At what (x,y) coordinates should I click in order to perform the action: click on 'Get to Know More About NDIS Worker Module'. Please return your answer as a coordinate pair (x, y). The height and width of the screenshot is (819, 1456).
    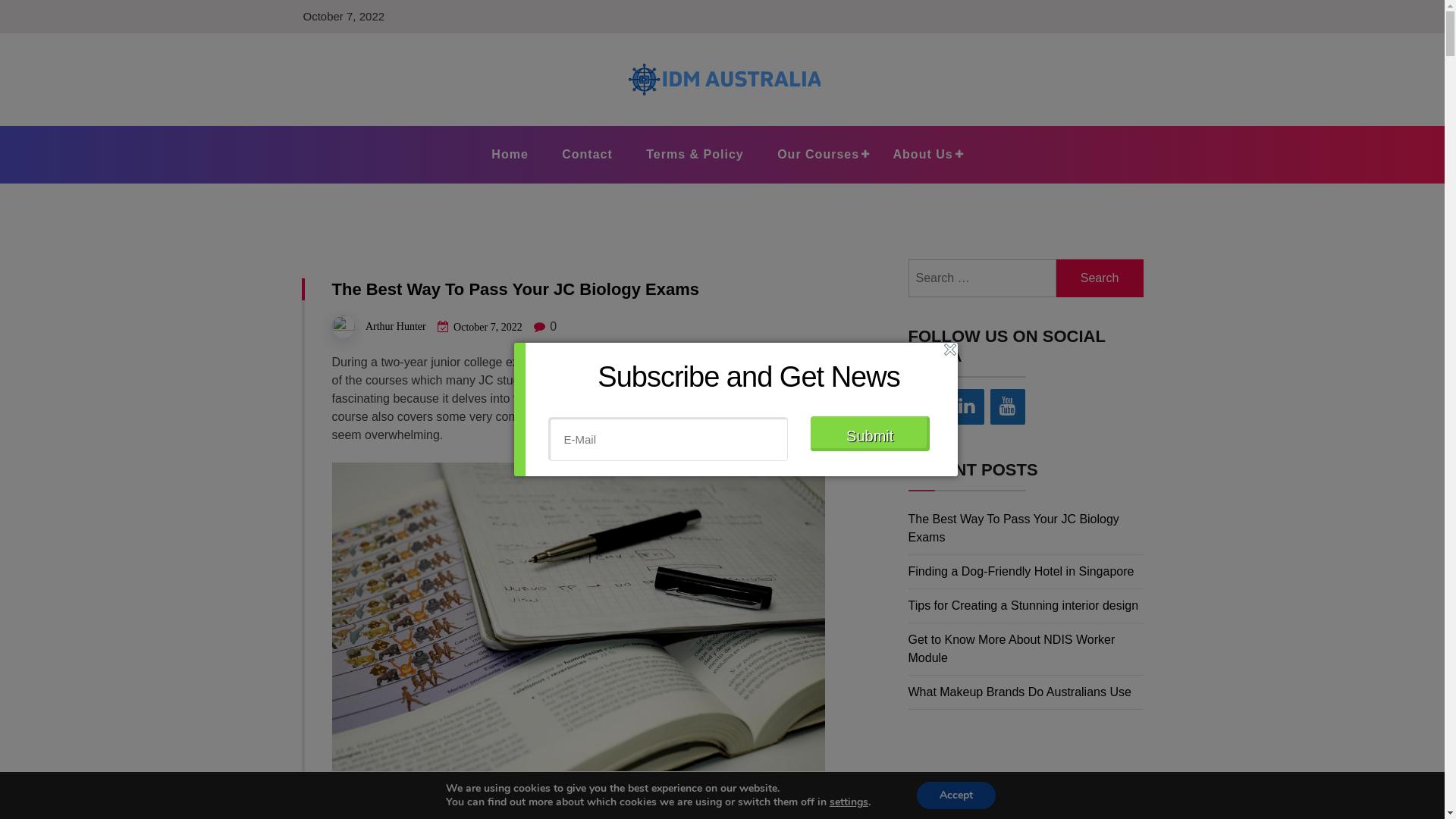
    Looking at the image, I should click on (908, 648).